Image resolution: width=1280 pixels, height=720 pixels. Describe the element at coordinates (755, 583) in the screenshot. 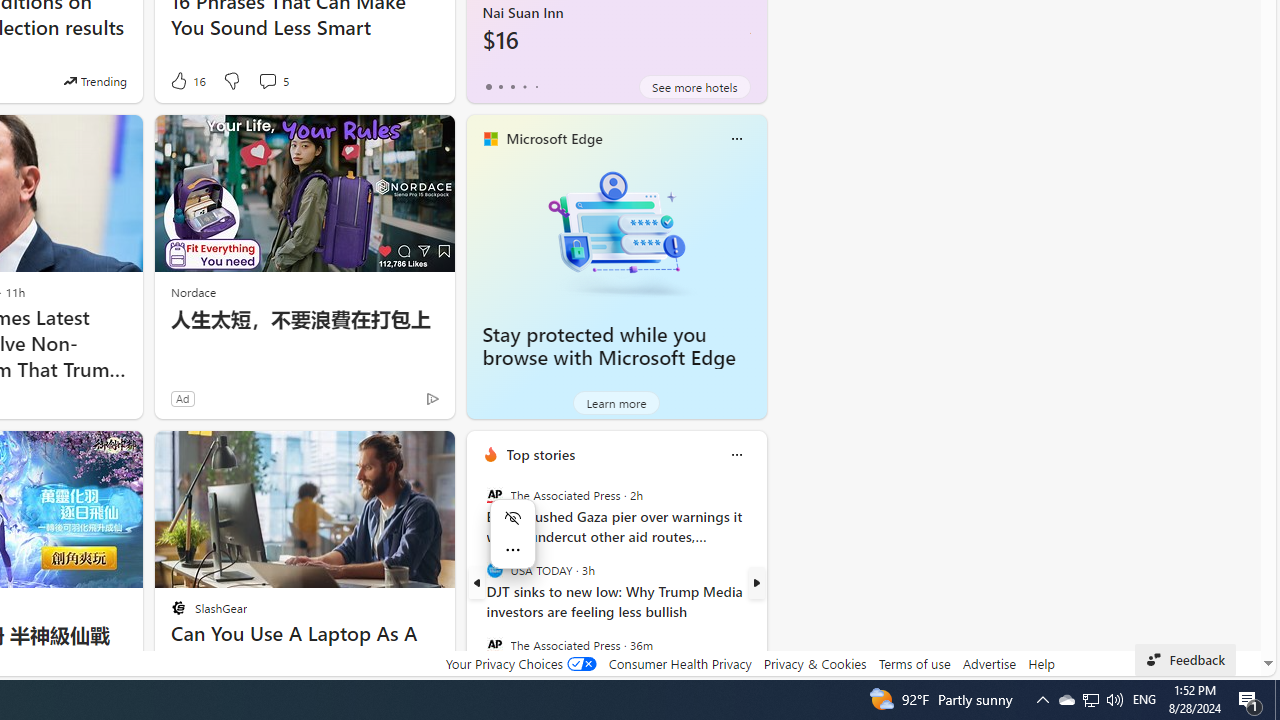

I see `'next'` at that location.